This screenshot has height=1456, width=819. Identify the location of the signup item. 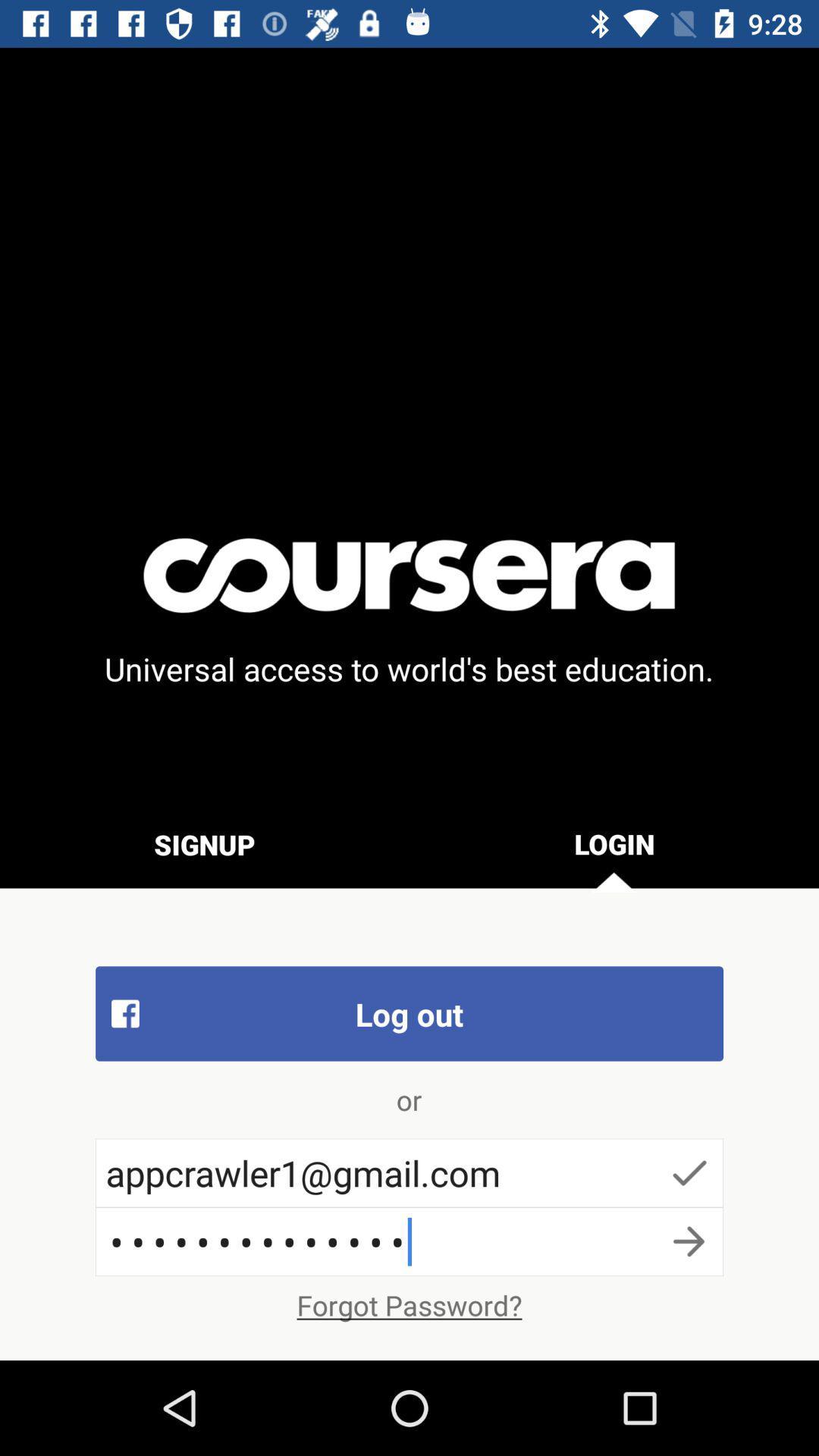
(205, 843).